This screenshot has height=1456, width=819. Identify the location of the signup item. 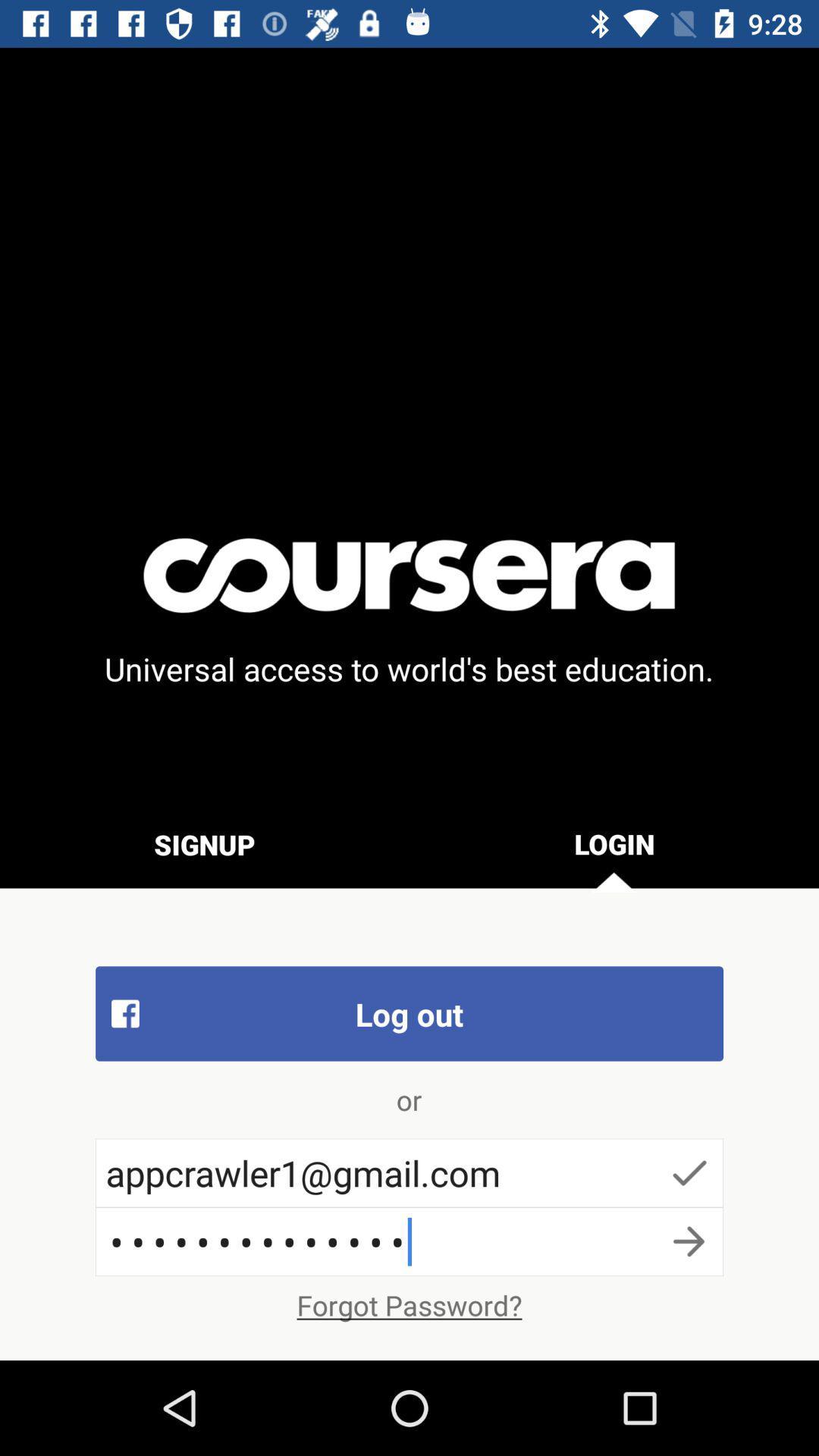
(205, 843).